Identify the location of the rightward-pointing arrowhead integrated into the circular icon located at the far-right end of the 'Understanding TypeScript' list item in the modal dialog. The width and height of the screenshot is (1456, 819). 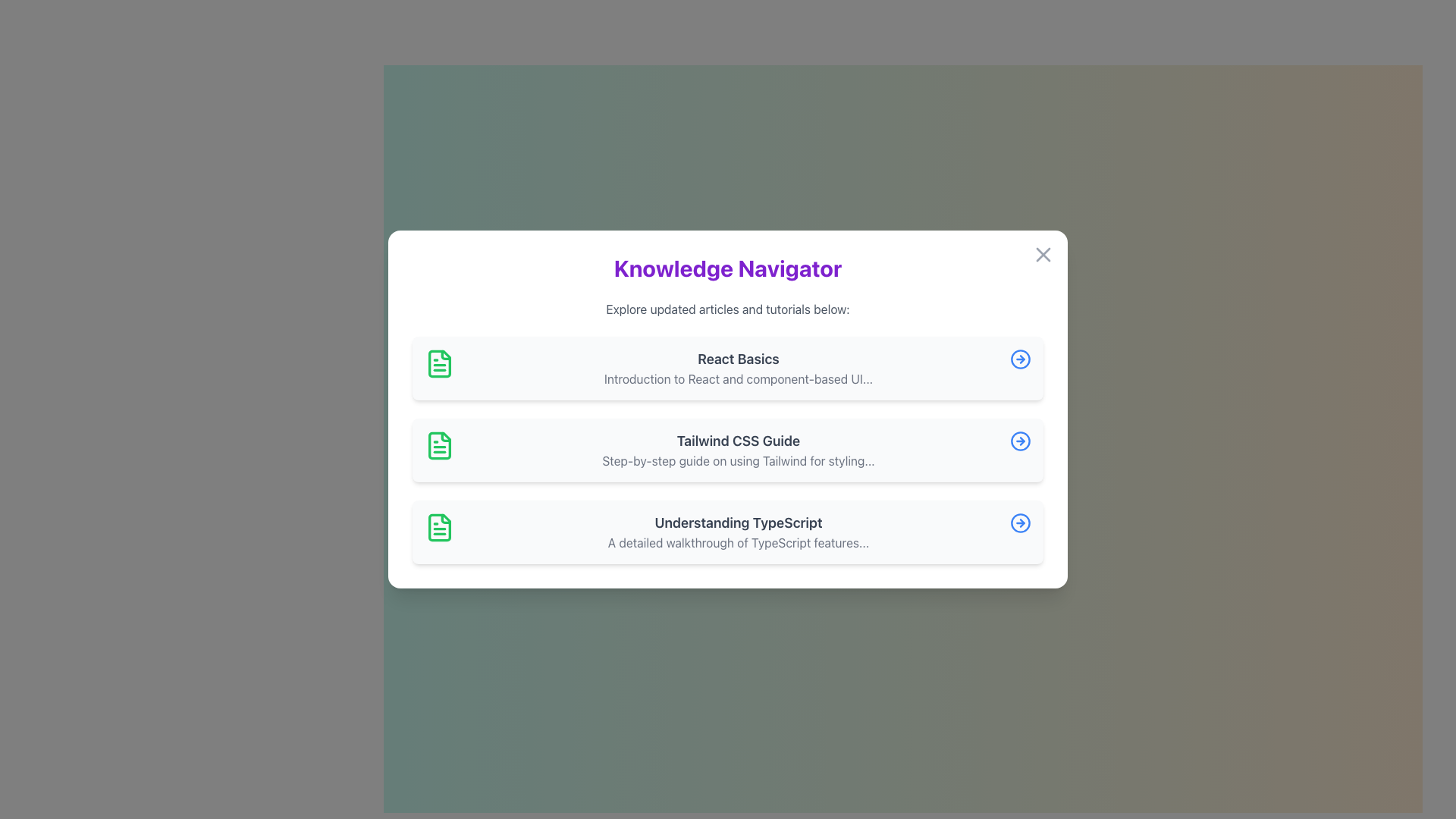
(1022, 522).